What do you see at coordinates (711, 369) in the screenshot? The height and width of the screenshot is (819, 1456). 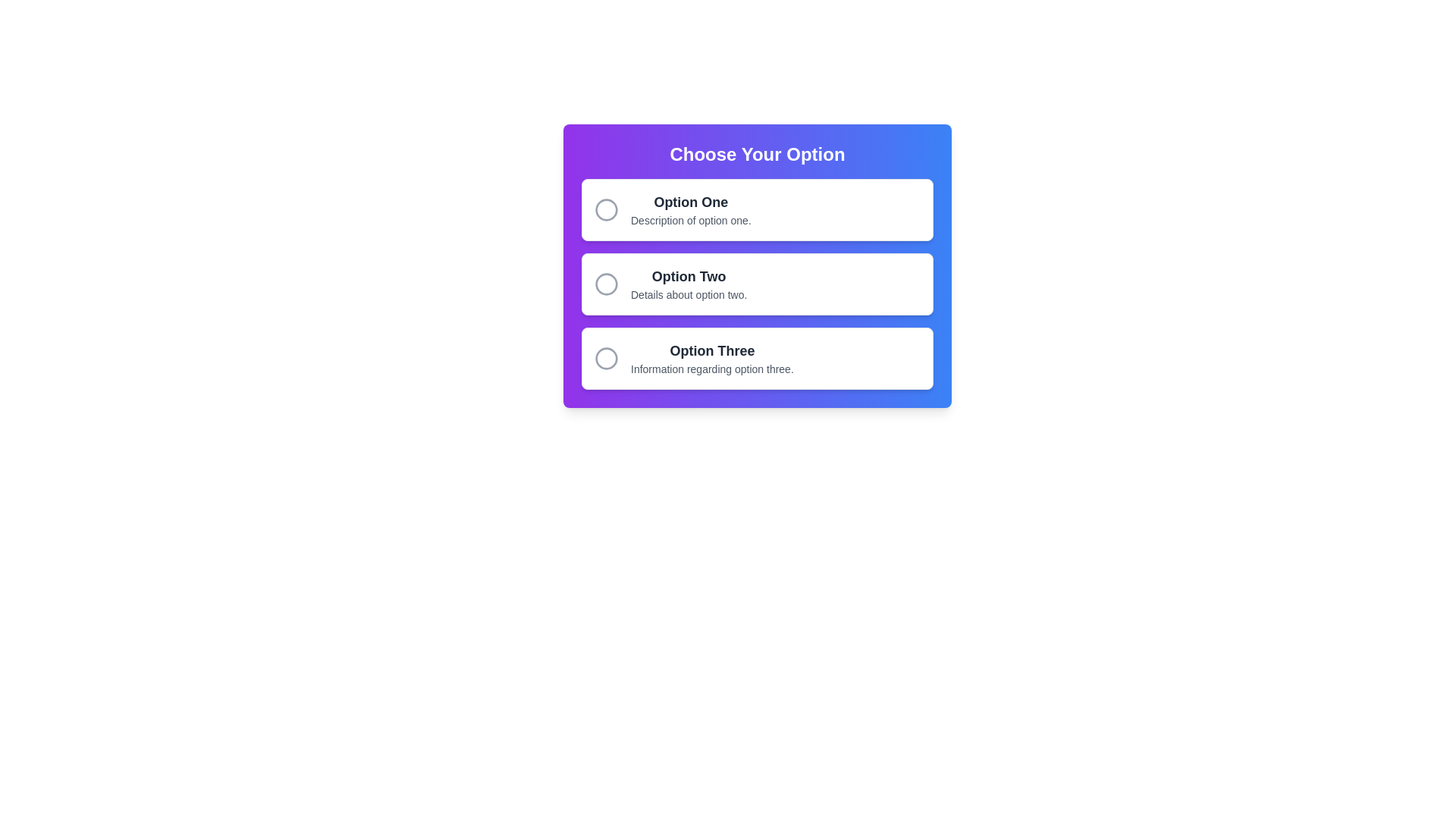 I see `descriptive text label located below the heading 'Option Three' in the third option group on the right-hand segment of the interface` at bounding box center [711, 369].